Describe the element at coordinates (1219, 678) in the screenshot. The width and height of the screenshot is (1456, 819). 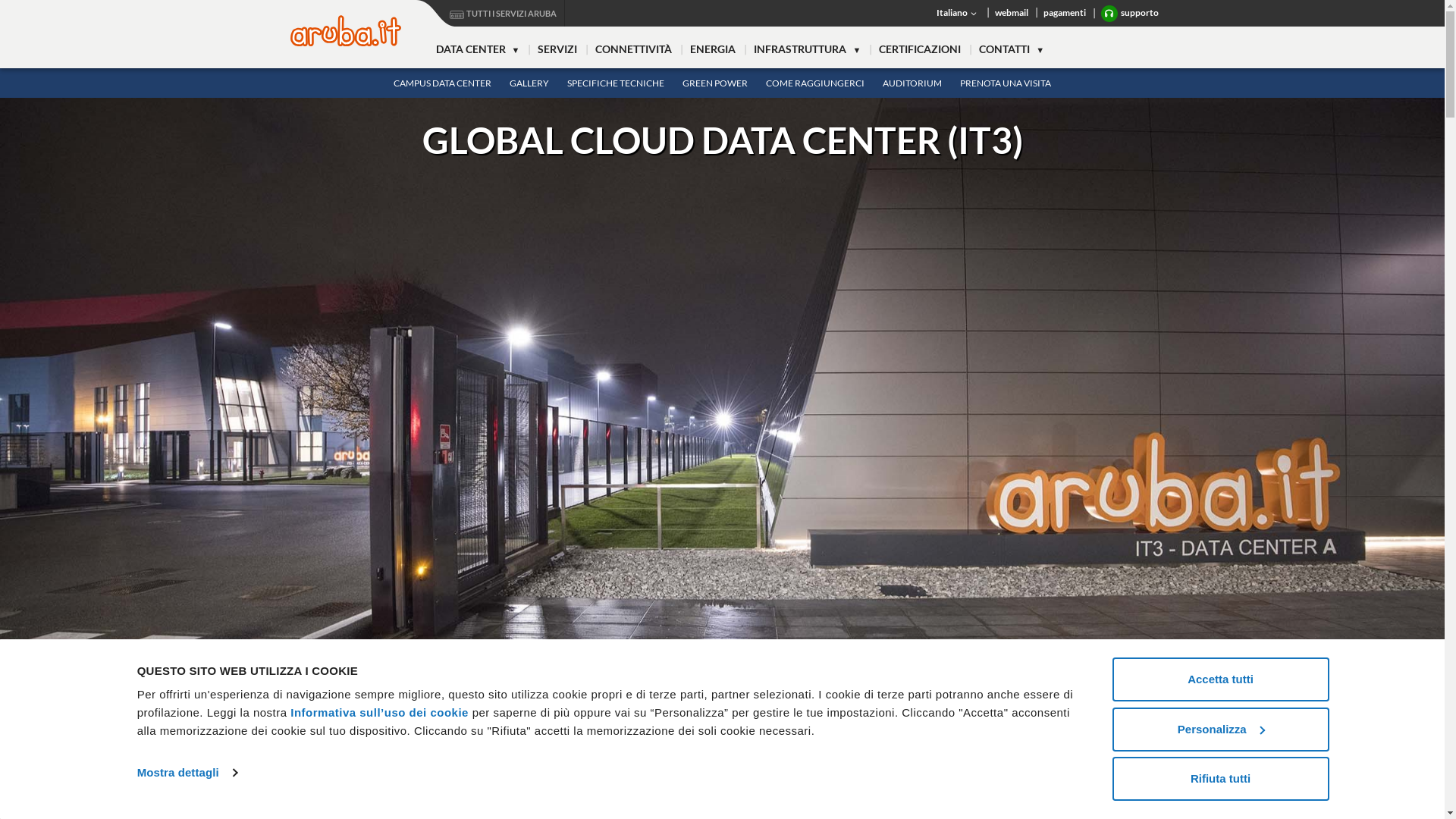
I see `'Accetta tutti'` at that location.